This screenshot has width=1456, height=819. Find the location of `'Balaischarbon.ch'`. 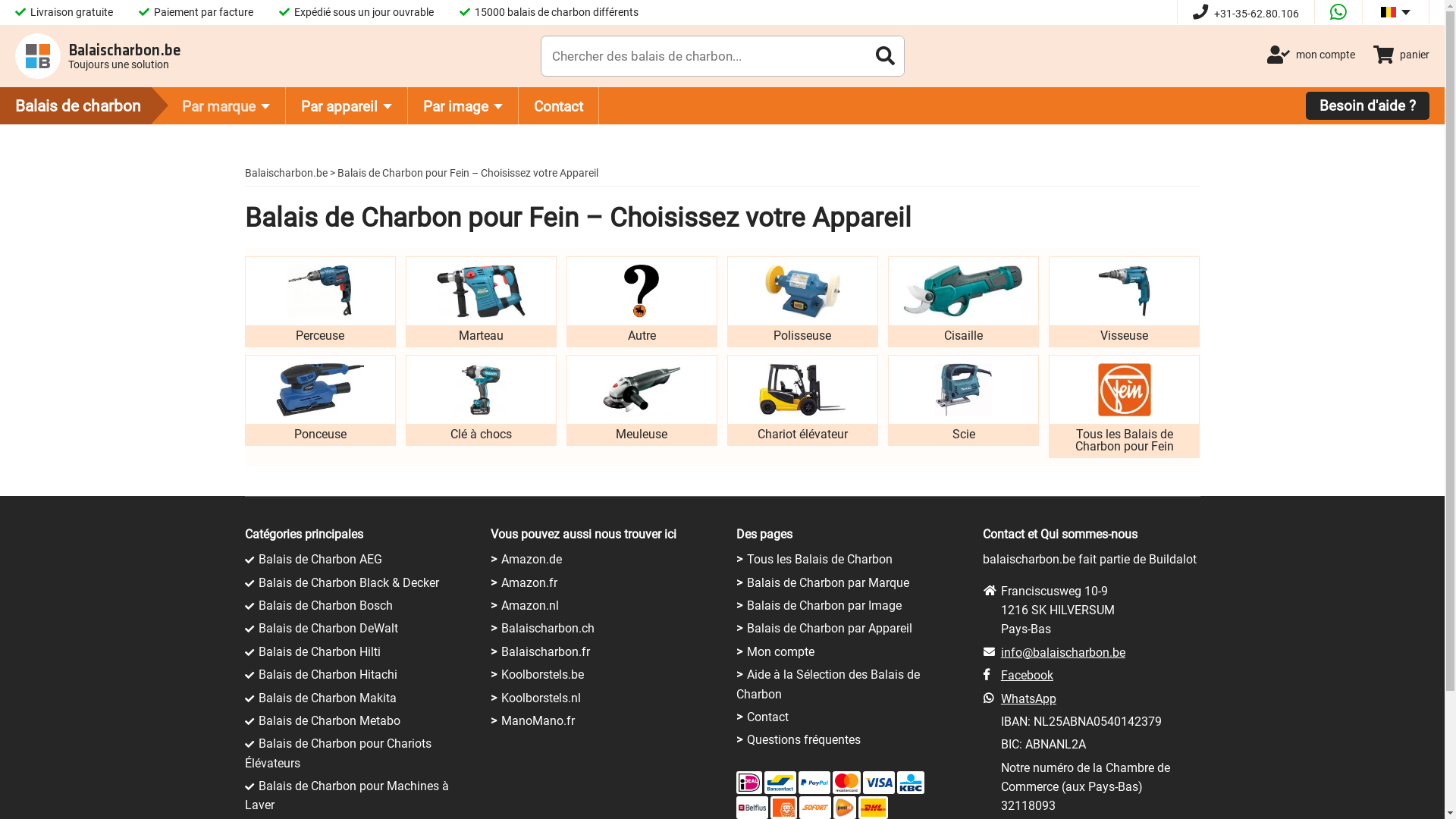

'Balaischarbon.ch' is located at coordinates (501, 628).